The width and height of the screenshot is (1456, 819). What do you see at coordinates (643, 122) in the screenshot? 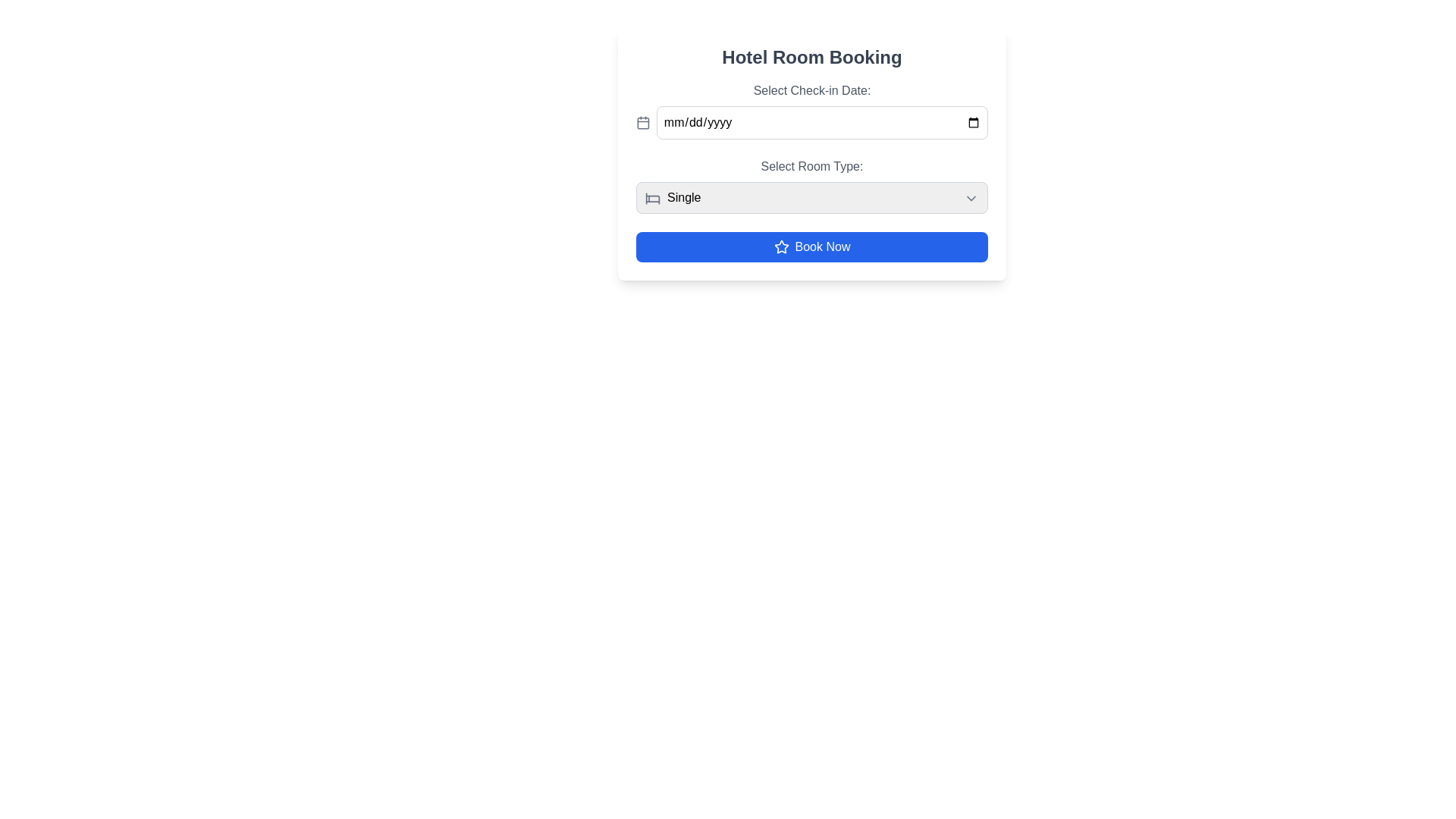
I see `the calendar icon` at bounding box center [643, 122].